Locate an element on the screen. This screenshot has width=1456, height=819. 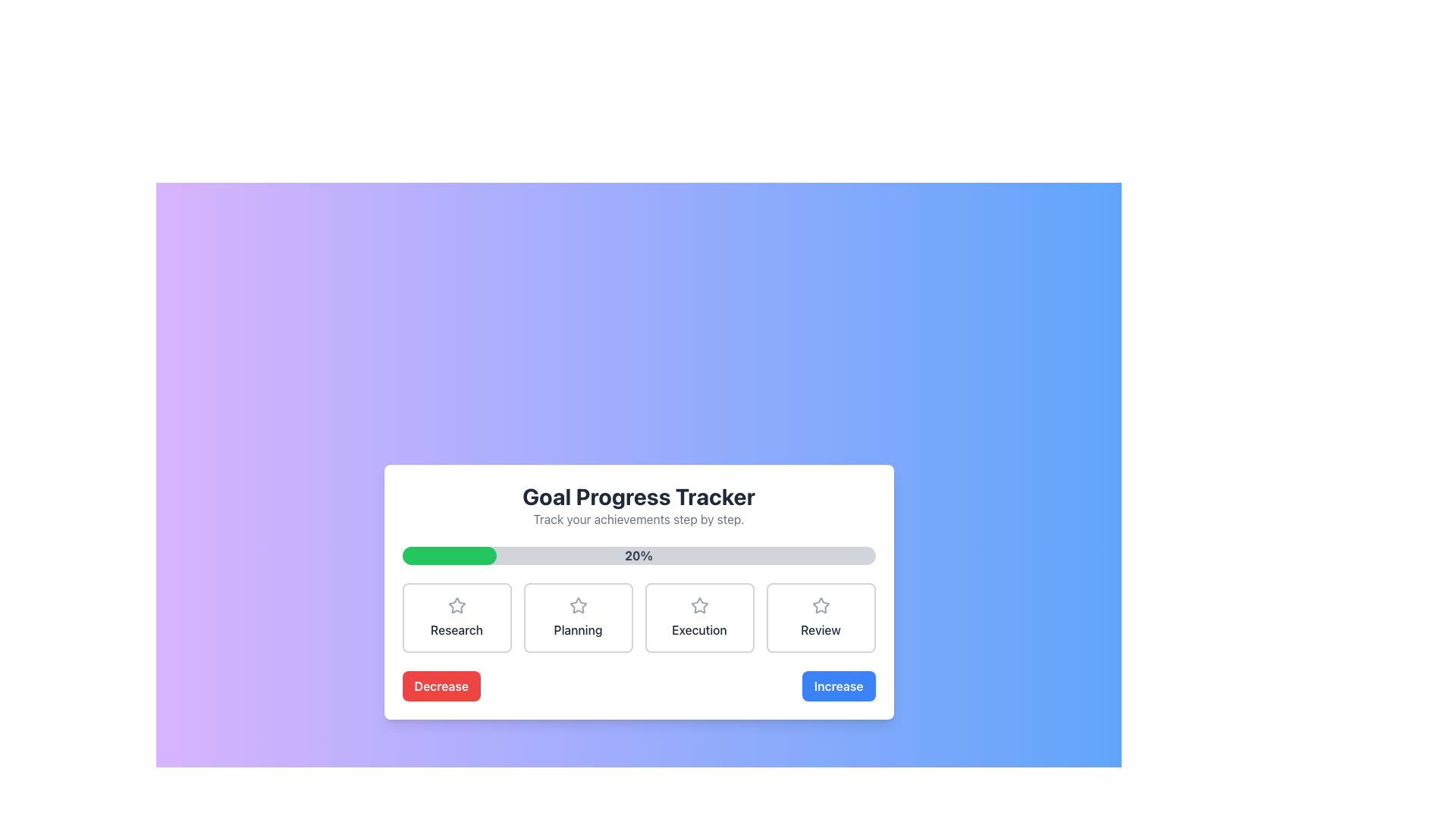
the static text block displaying the word 'Execution', which is centered beneath a star icon and is the third step in a horizontal sequence of four steps is located at coordinates (698, 629).